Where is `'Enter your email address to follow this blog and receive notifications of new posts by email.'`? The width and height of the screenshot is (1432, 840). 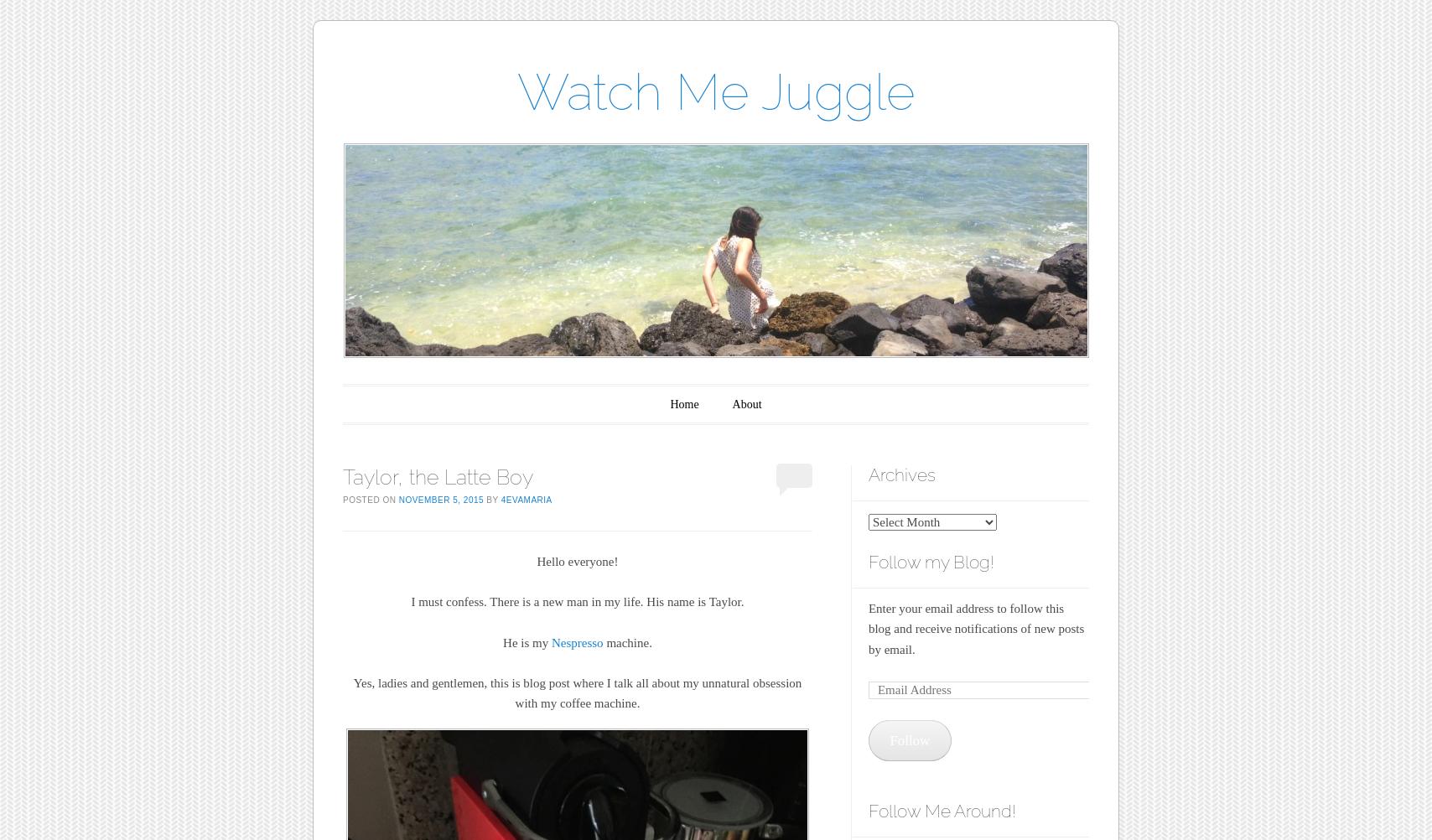 'Enter your email address to follow this blog and receive notifications of new posts by email.' is located at coordinates (976, 628).